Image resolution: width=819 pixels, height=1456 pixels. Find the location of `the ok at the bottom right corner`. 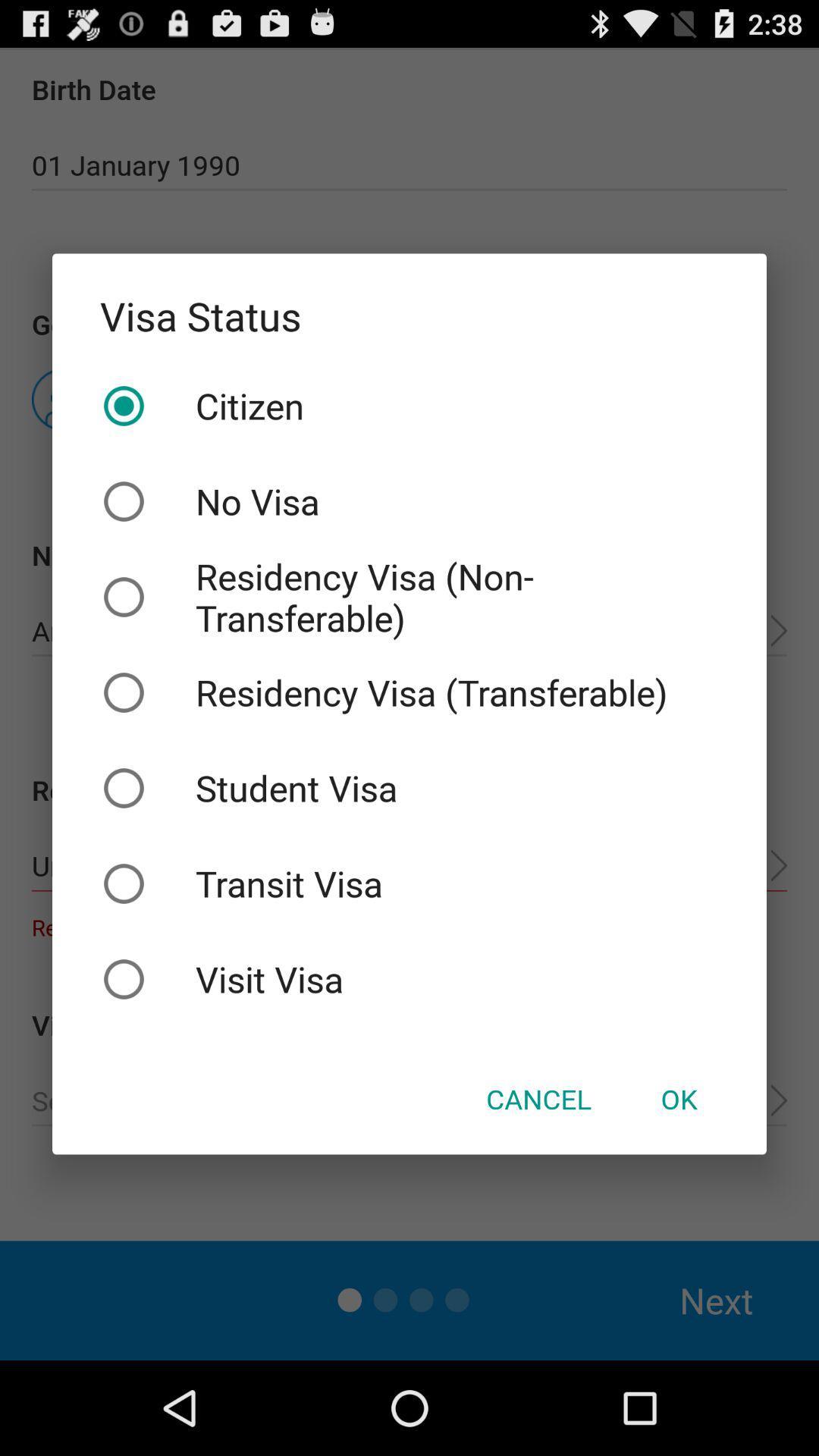

the ok at the bottom right corner is located at coordinates (678, 1099).